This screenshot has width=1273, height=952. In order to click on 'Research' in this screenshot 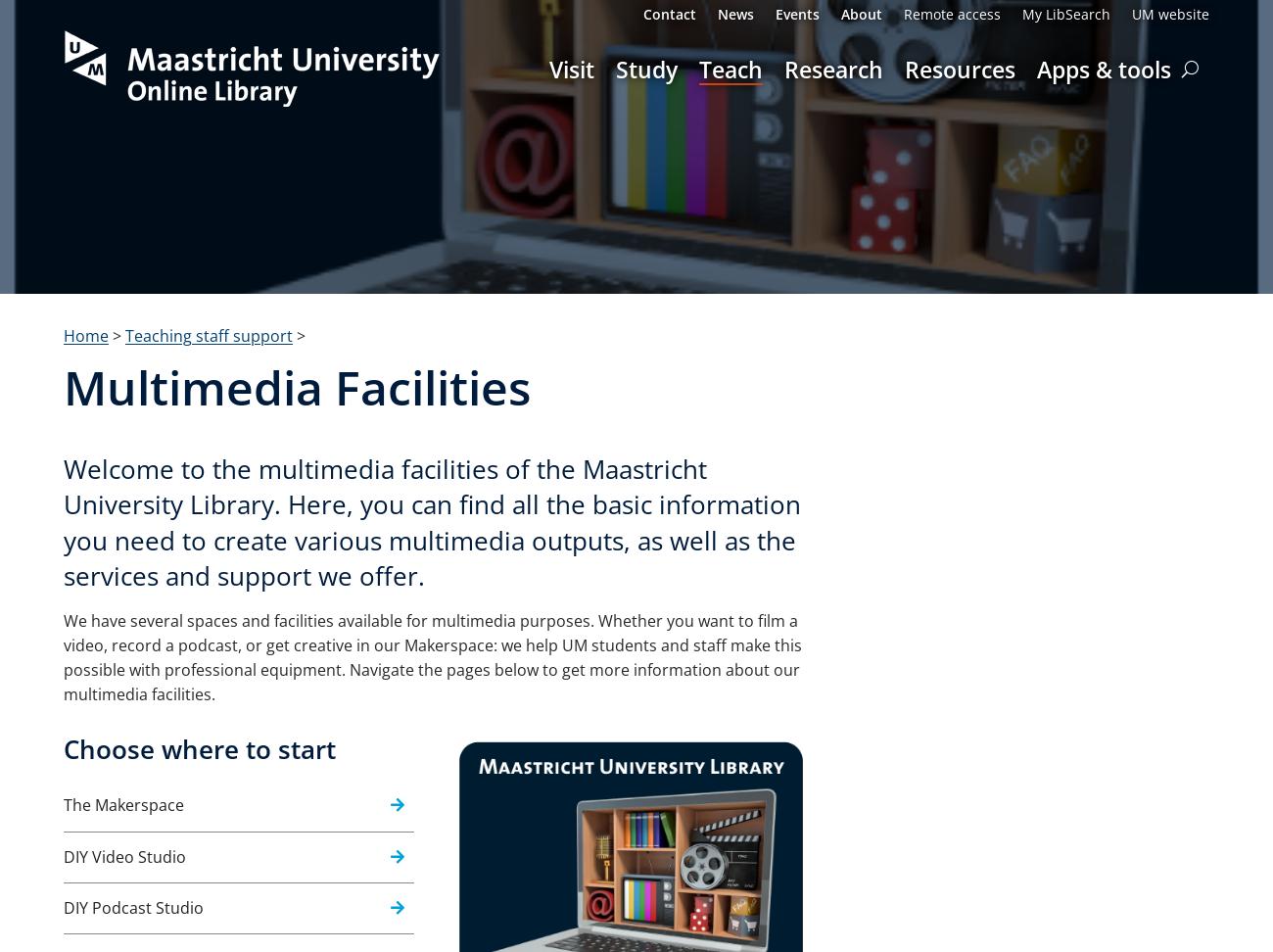, I will do `click(833, 67)`.